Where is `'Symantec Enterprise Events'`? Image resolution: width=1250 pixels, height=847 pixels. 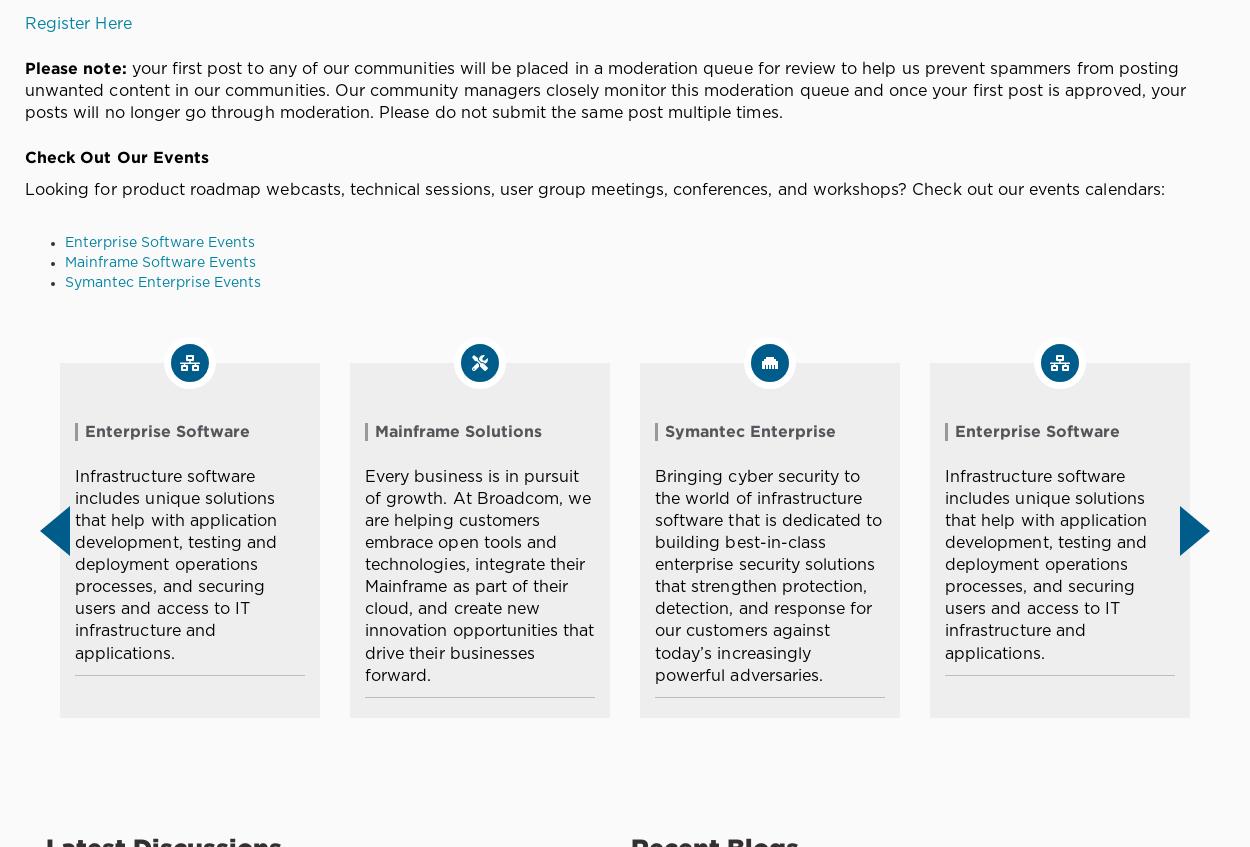 'Symantec Enterprise Events' is located at coordinates (64, 281).